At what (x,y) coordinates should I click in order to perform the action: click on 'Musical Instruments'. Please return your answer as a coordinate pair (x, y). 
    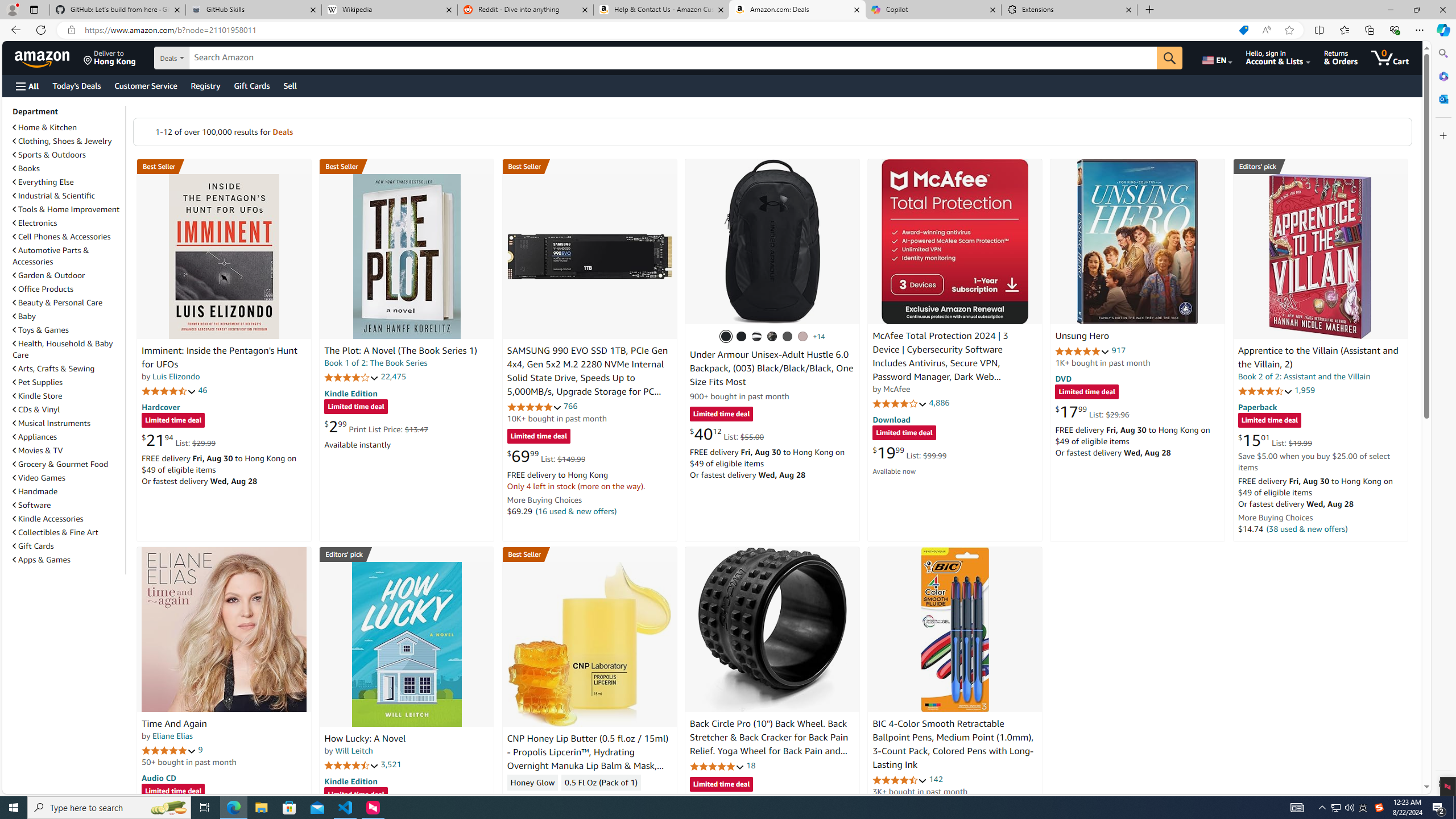
    Looking at the image, I should click on (51, 422).